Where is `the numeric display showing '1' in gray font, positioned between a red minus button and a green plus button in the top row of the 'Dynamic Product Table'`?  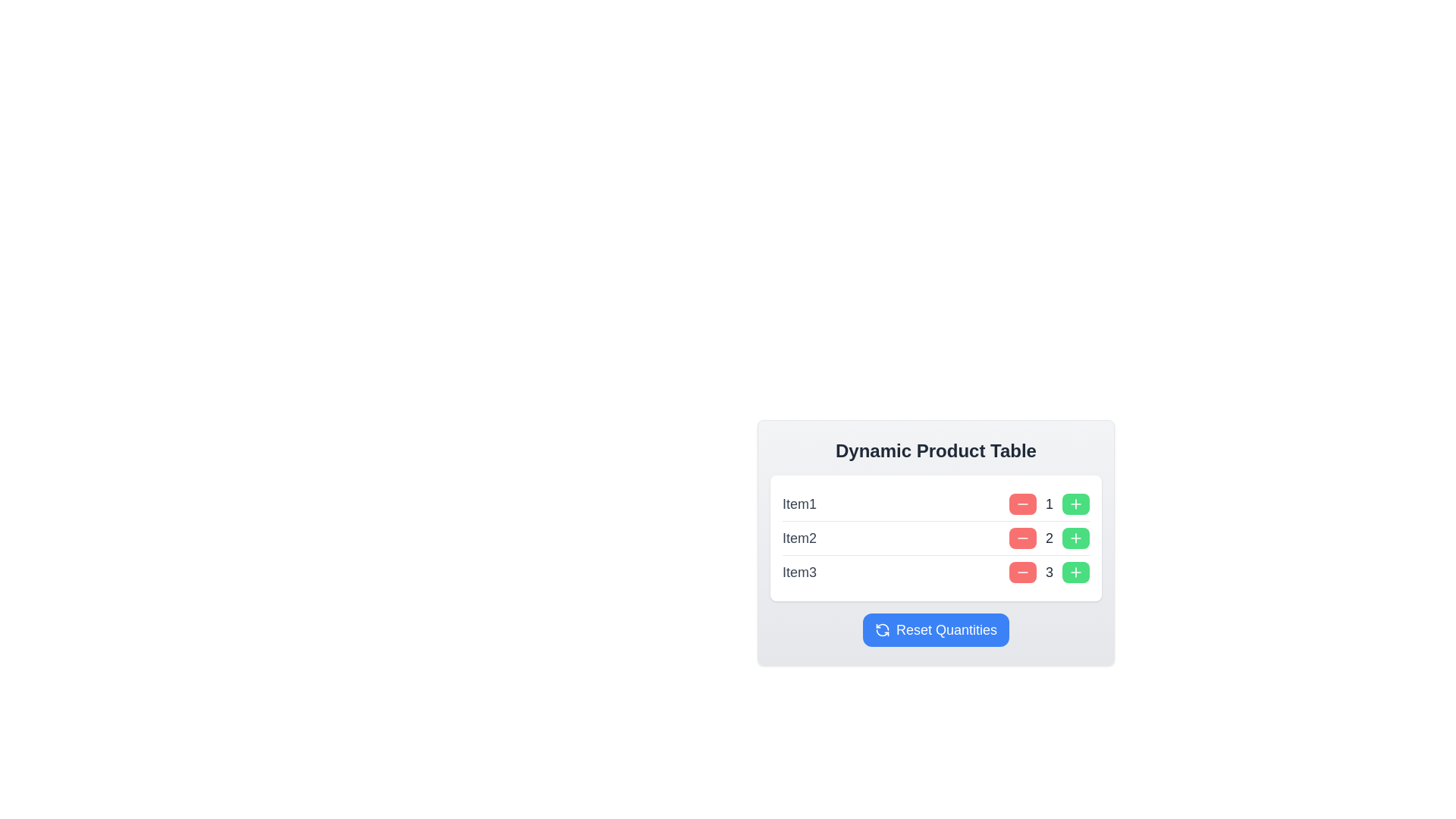 the numeric display showing '1' in gray font, positioned between a red minus button and a green plus button in the top row of the 'Dynamic Product Table' is located at coordinates (1048, 504).